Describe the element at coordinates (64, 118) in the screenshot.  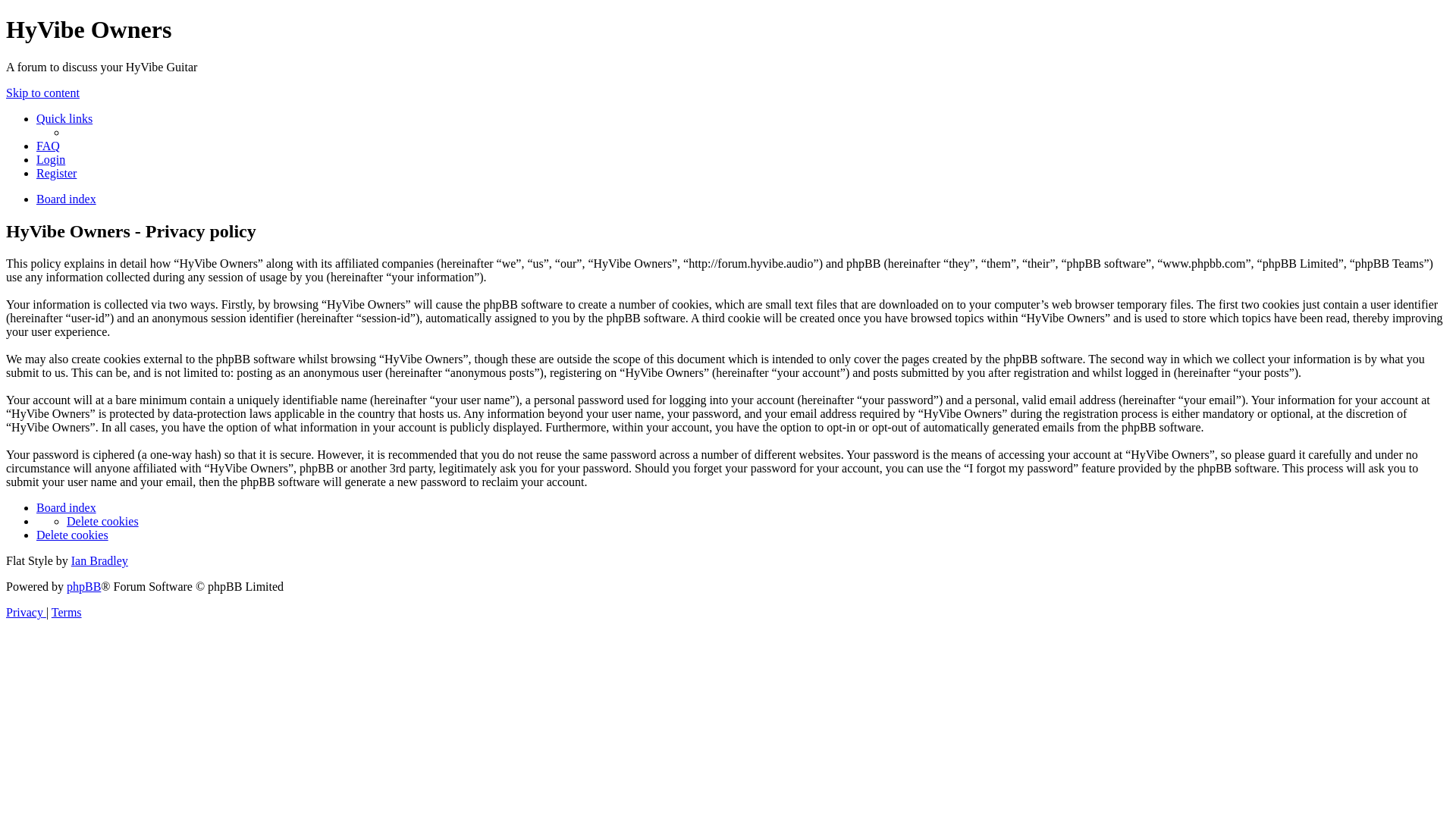
I see `'Quick links'` at that location.